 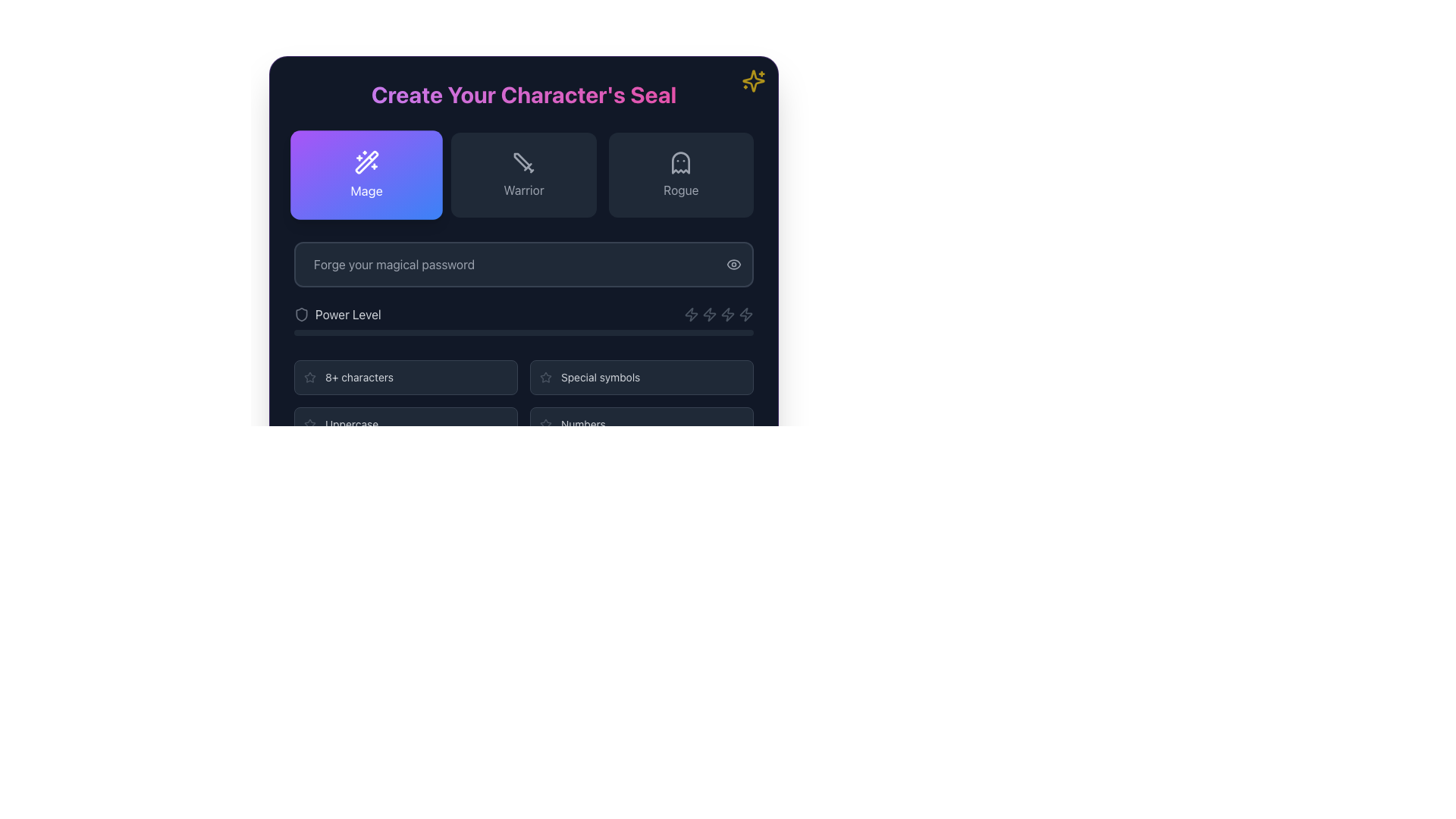 What do you see at coordinates (745, 314) in the screenshot?
I see `the seventh lightning bolt icon located below the password input field, which serves as a visual indication for password functionality` at bounding box center [745, 314].